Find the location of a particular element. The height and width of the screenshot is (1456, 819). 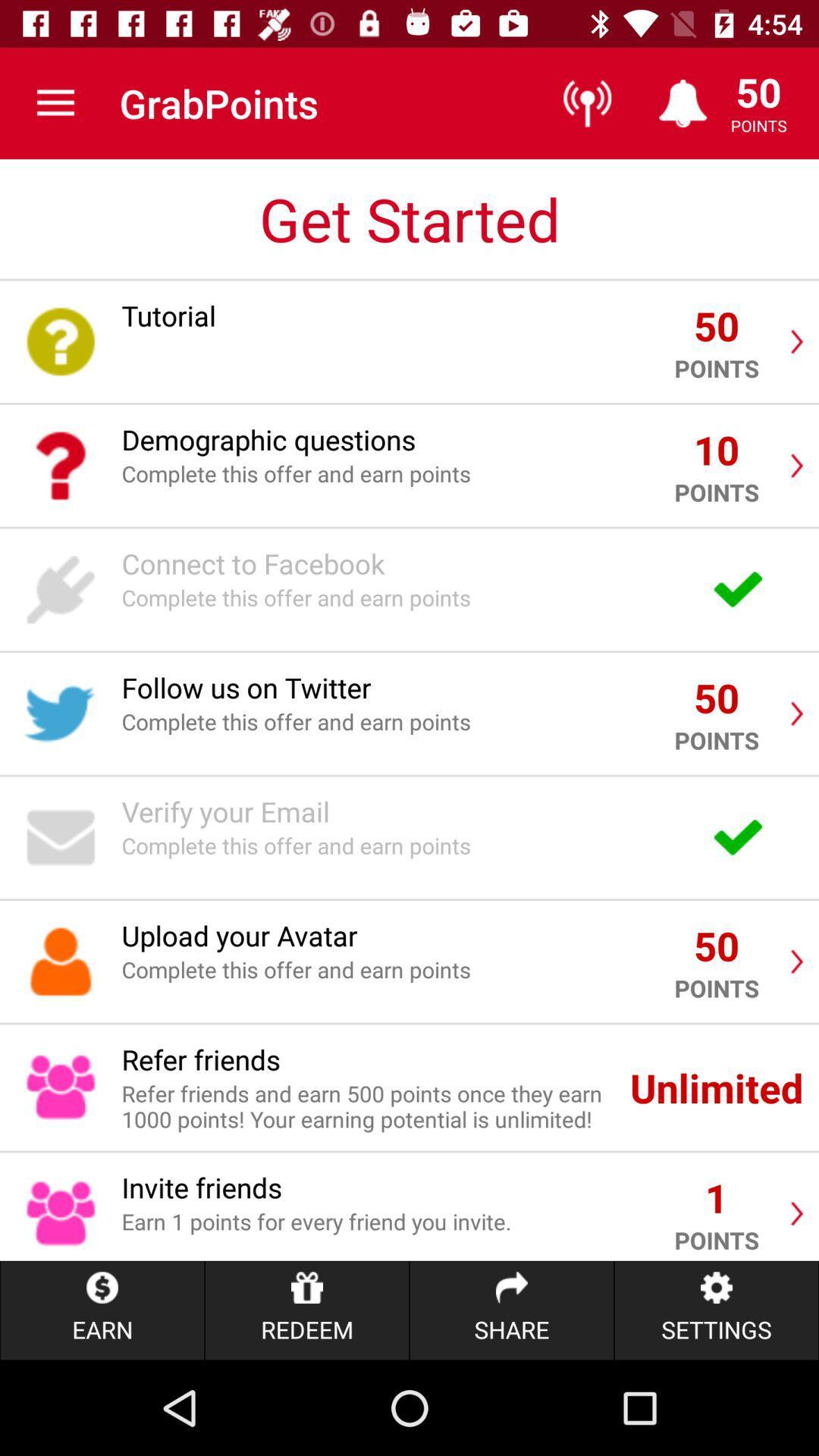

the share icon is located at coordinates (512, 1310).